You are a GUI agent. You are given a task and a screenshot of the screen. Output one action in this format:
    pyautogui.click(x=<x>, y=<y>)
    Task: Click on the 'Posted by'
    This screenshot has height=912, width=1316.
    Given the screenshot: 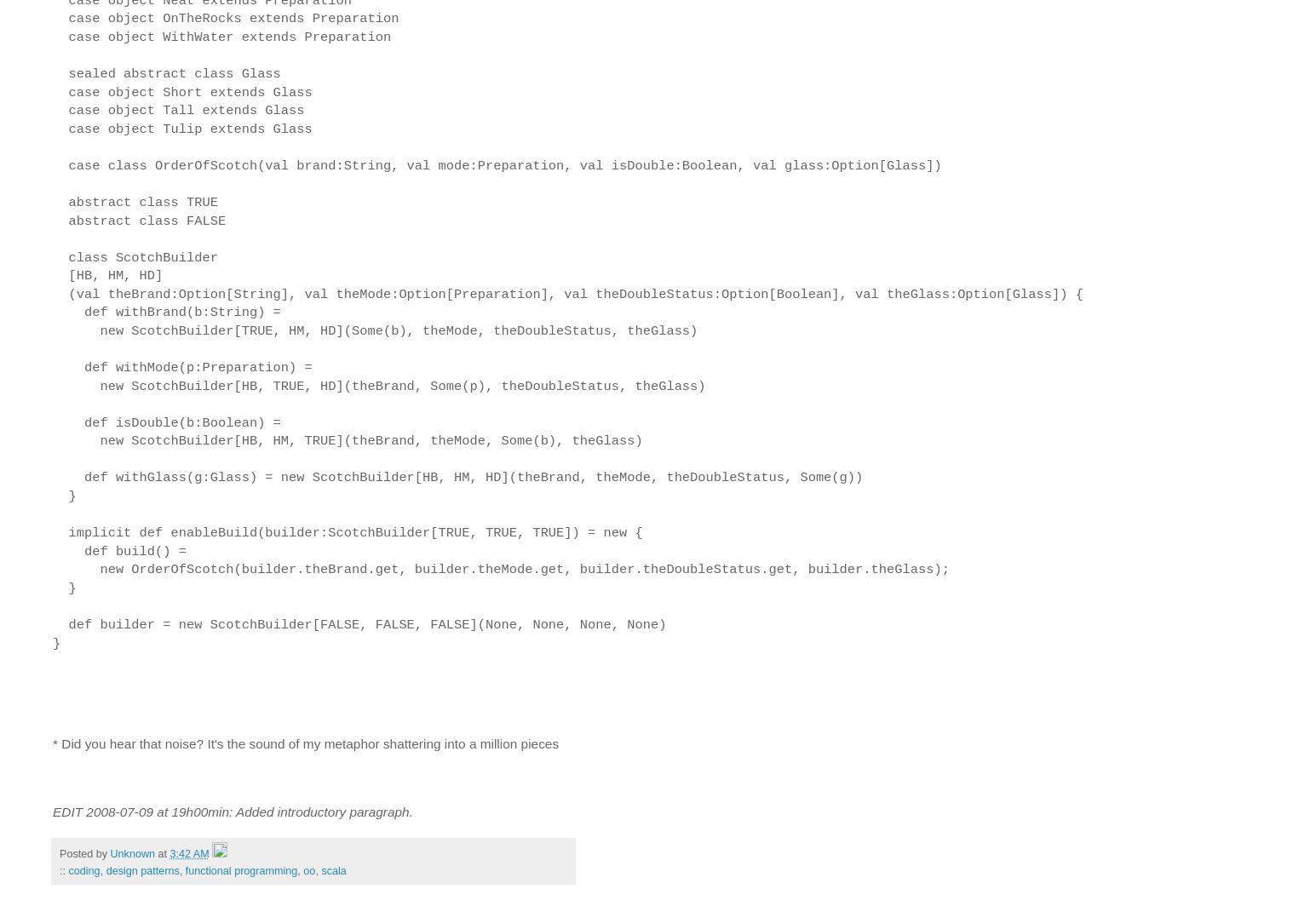 What is the action you would take?
    pyautogui.click(x=58, y=853)
    